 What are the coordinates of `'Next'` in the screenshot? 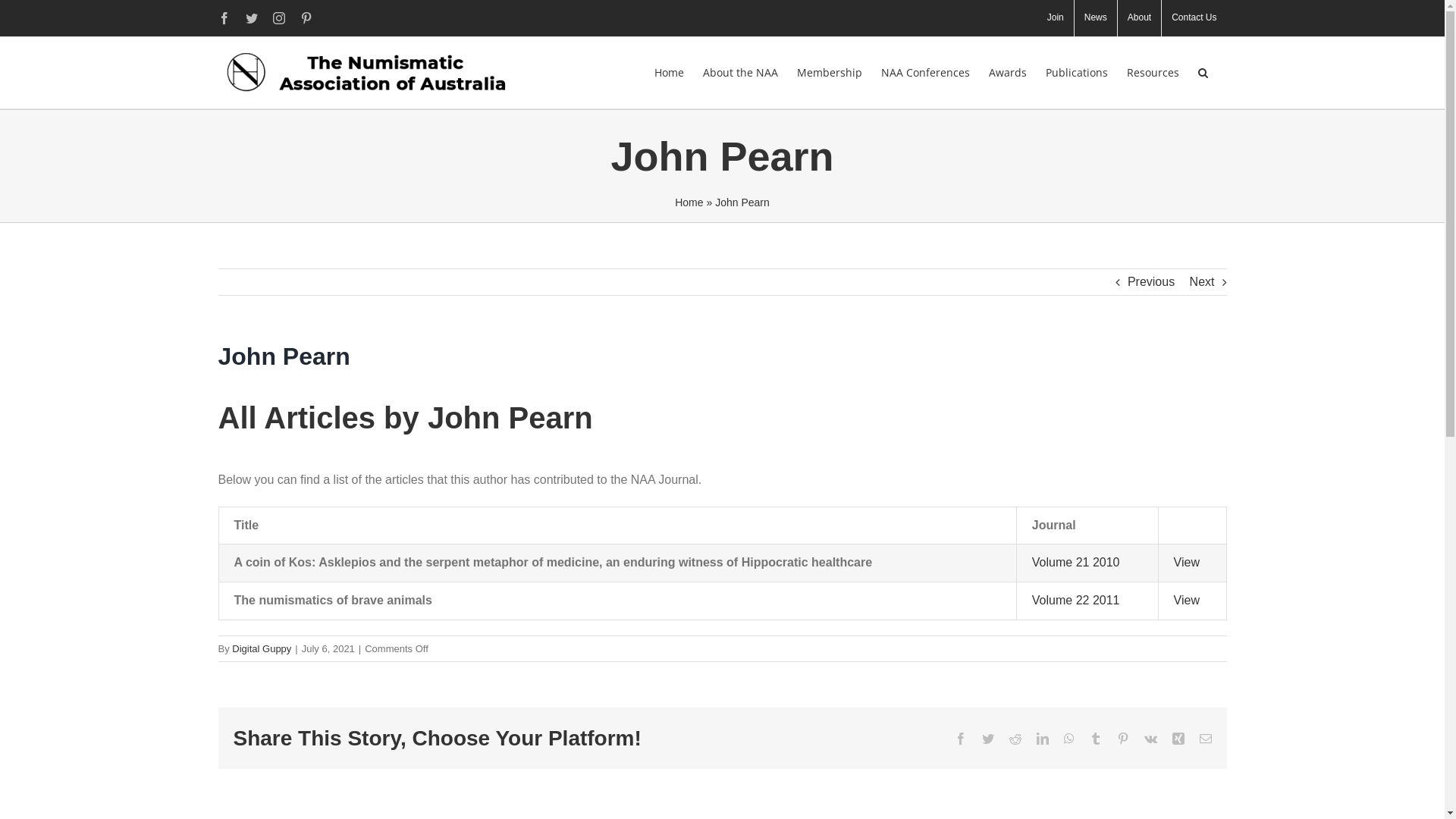 It's located at (1201, 281).